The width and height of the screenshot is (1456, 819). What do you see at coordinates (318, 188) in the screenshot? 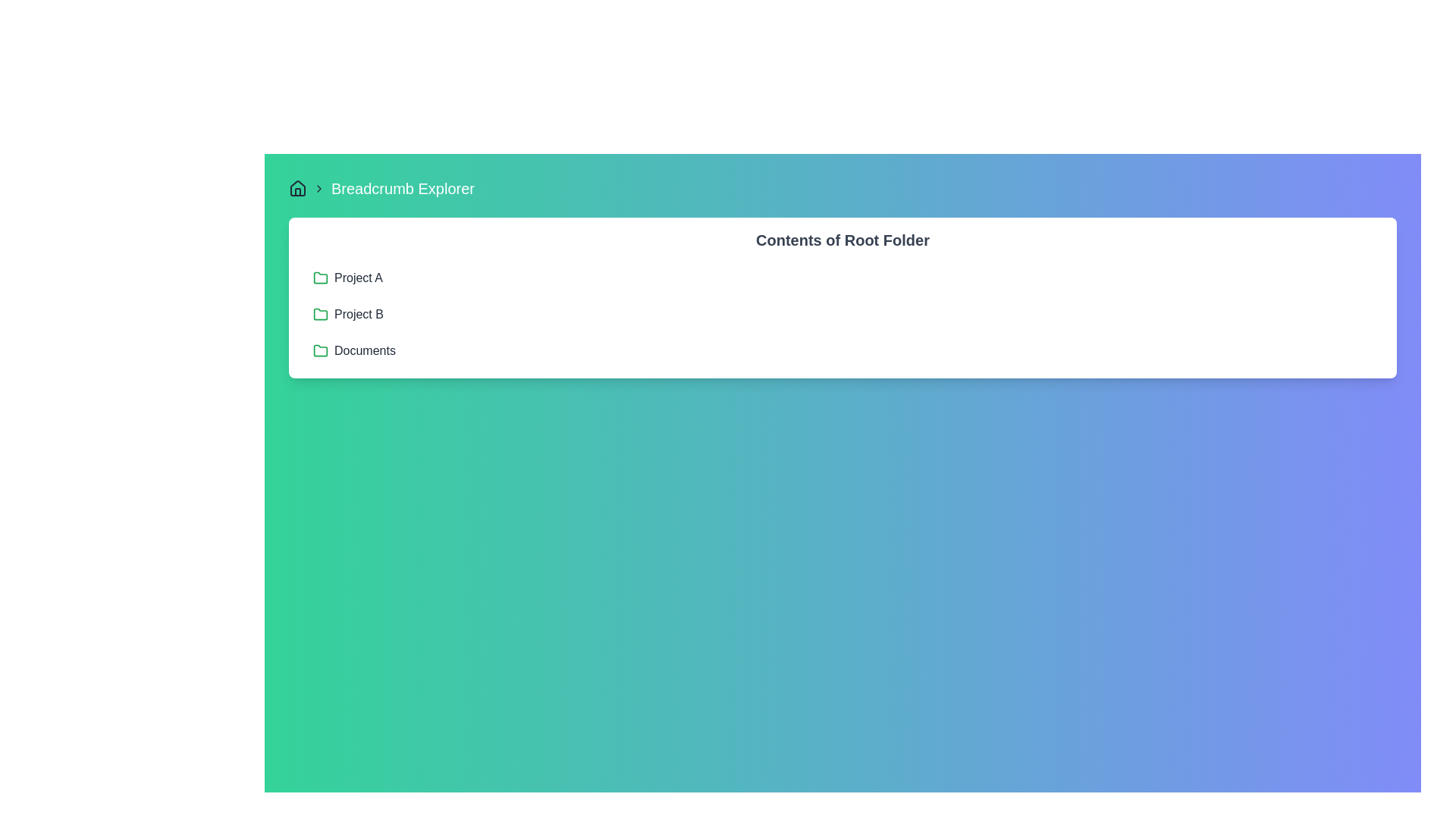
I see `the decorative chevron SVG icon in the breadcrumb navigation, which is located immediately to the right of the house icon and before the text 'Breadcrumb Explorer'` at bounding box center [318, 188].